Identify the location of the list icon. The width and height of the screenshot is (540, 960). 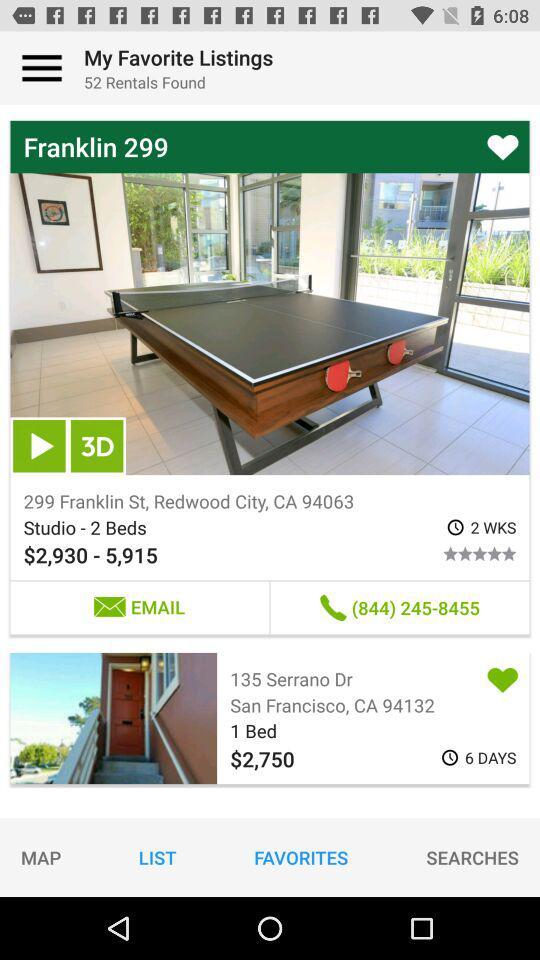
(156, 856).